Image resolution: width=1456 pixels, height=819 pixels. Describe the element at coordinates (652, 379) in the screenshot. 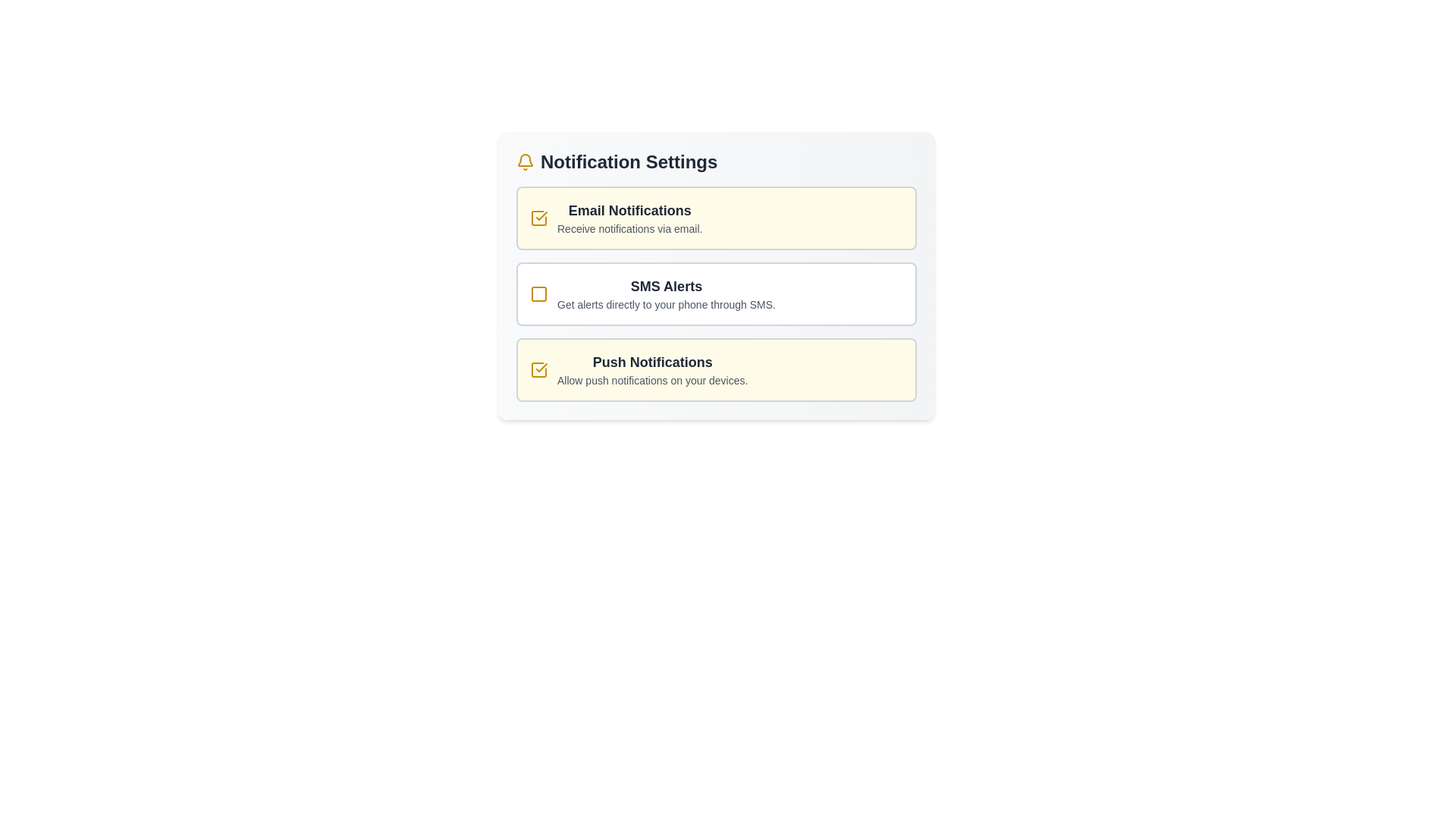

I see `the static text element that informs users about the purpose of enabling push notifications, located below the 'Push Notifications' heading in the settings section` at that location.